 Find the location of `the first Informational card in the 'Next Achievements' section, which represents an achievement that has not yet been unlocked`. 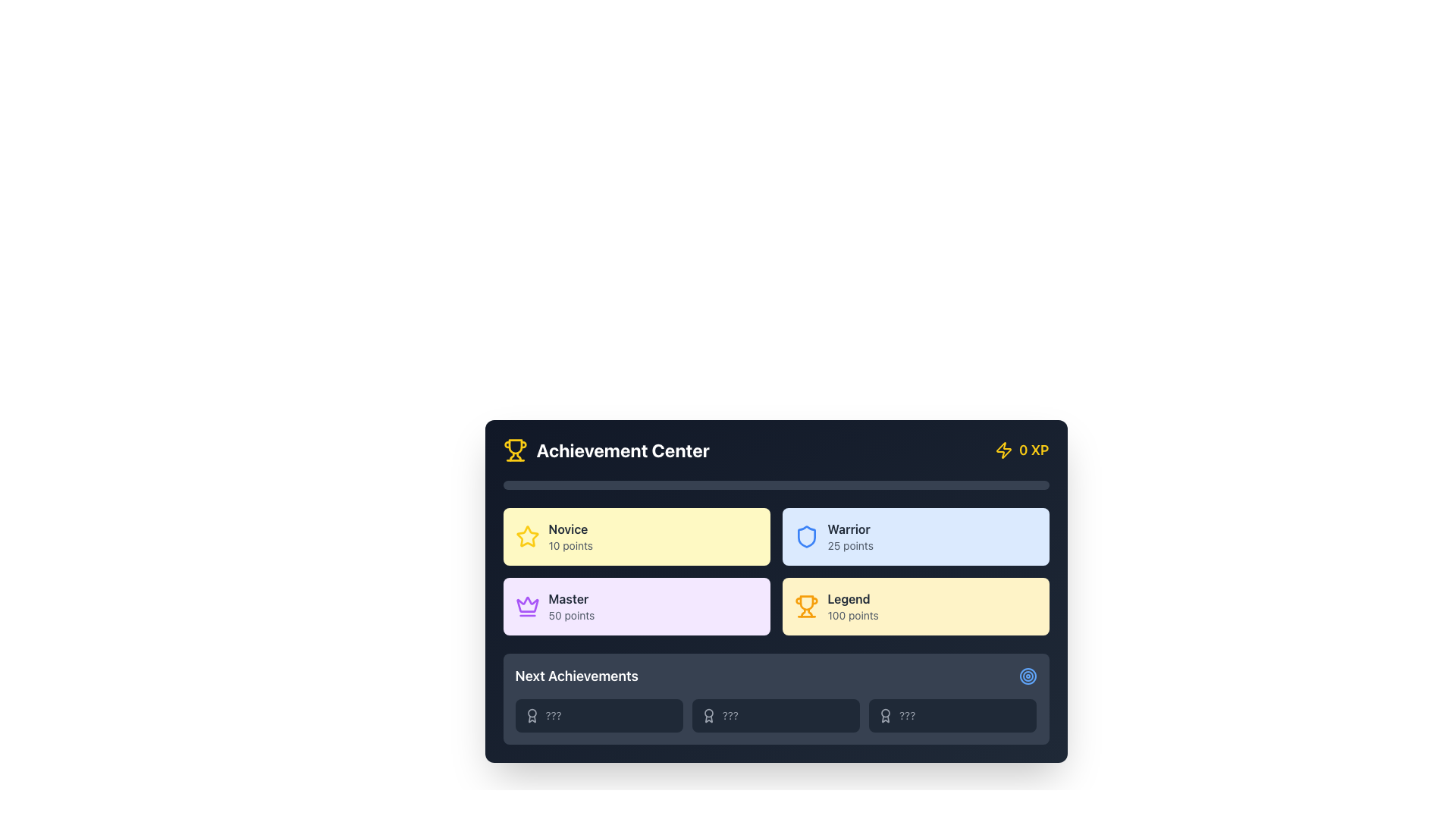

the first Informational card in the 'Next Achievements' section, which represents an achievement that has not yet been unlocked is located at coordinates (598, 716).